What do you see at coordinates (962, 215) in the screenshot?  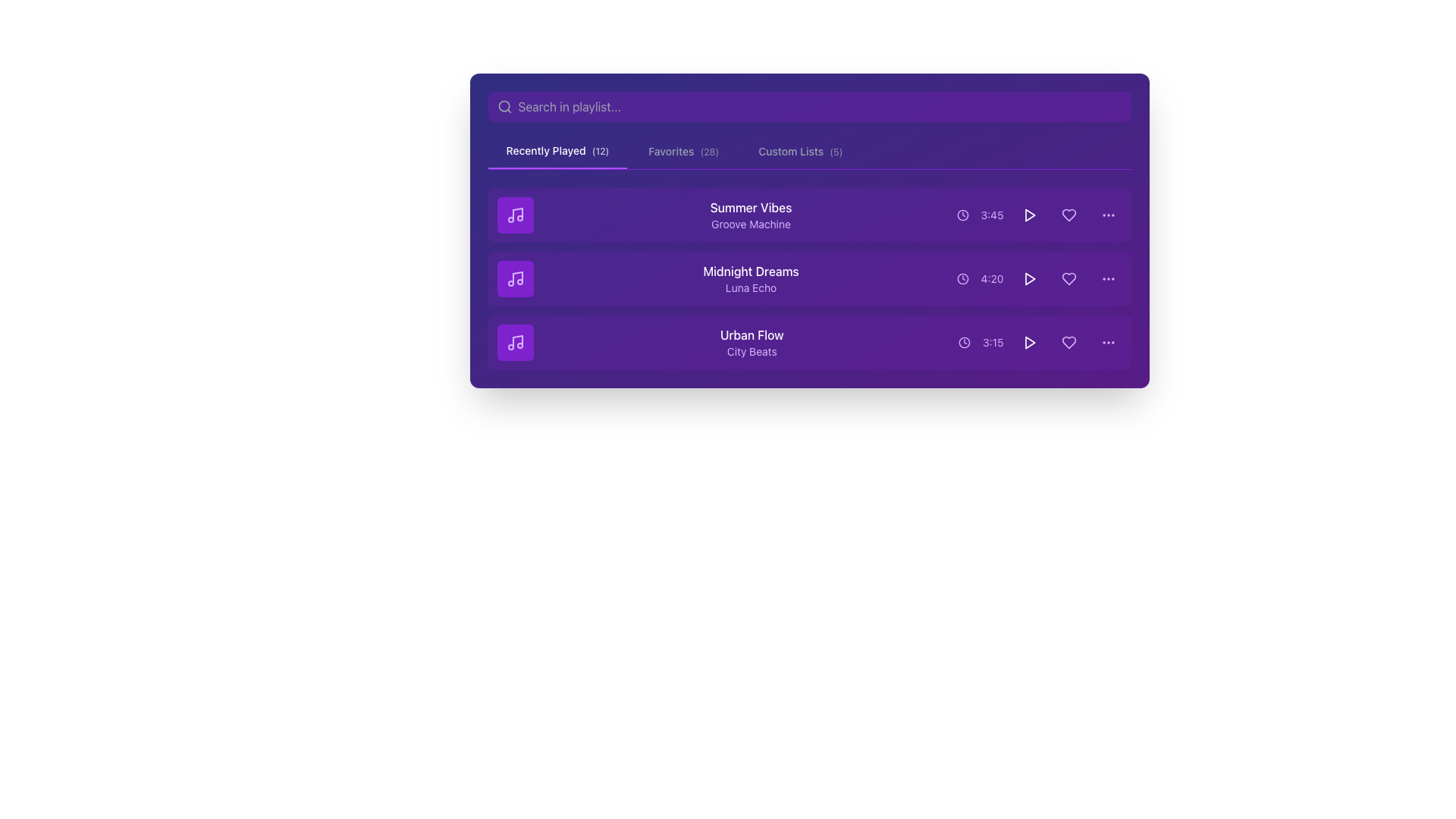 I see `the design of the circular clock icon element that signifies time, located near the duration of the track 'Summer Vibes' in the recently played songs list` at bounding box center [962, 215].